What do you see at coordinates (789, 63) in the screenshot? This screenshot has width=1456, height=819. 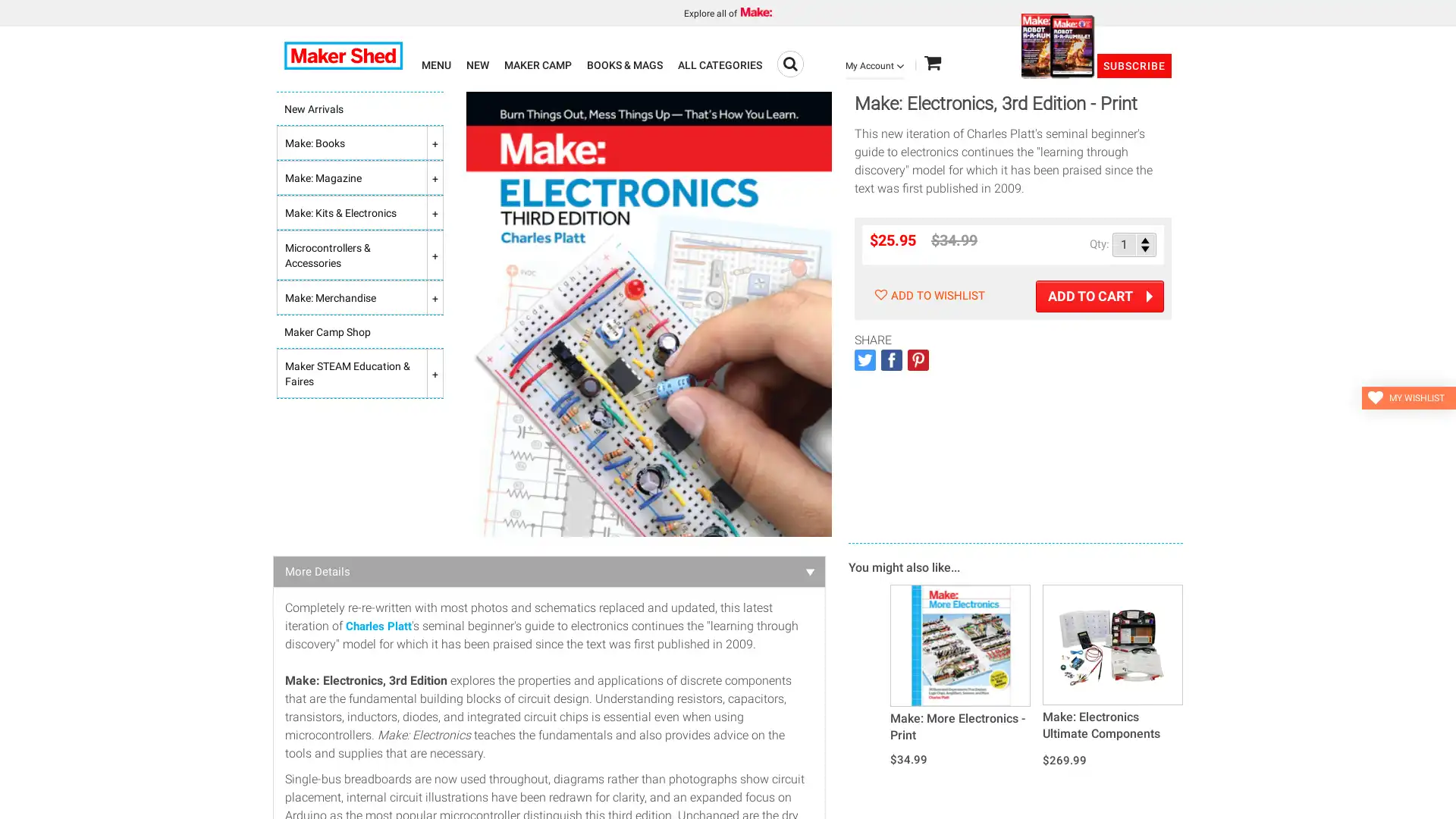 I see `GO` at bounding box center [789, 63].